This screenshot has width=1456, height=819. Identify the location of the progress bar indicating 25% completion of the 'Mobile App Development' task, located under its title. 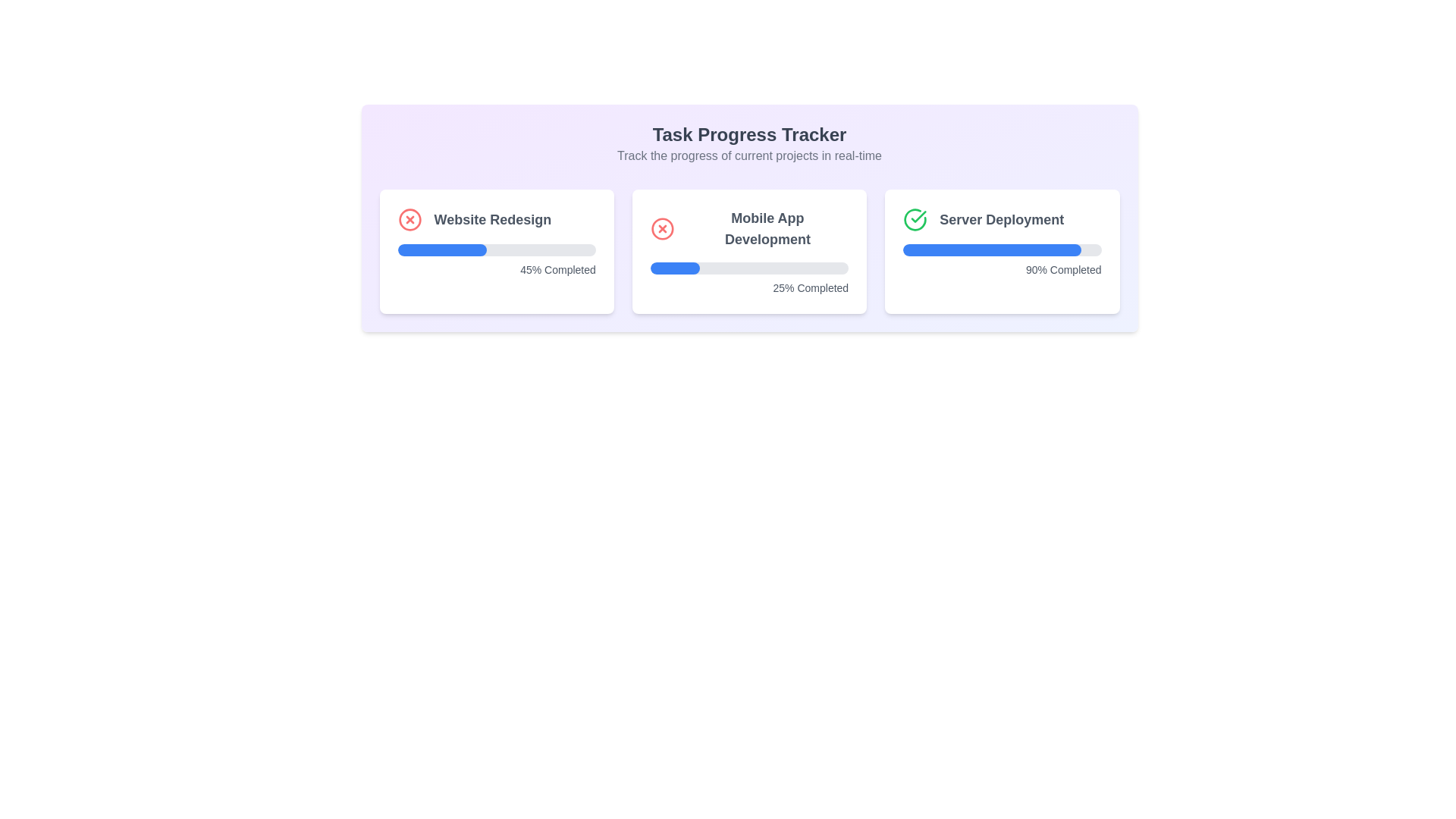
(749, 268).